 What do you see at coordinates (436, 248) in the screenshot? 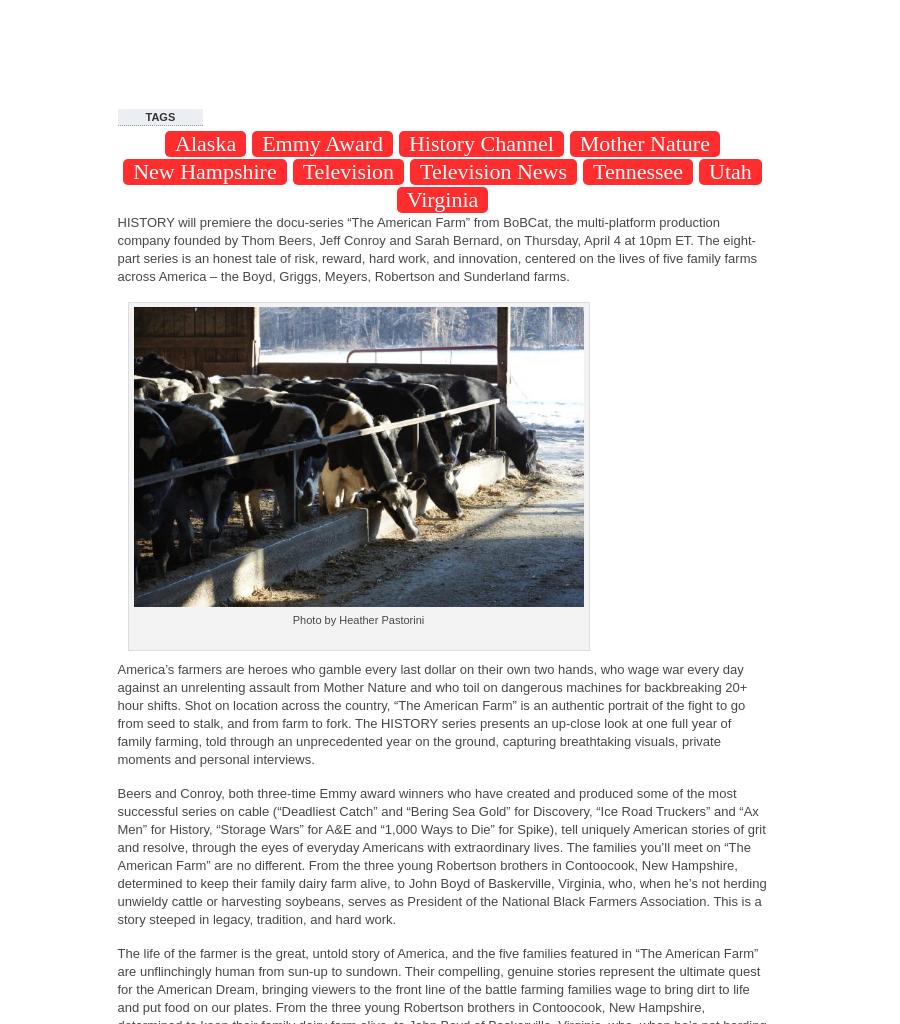
I see `'HISTORY will premiere the docu-series “The American Farm” from BoBCat, the multi-platform production company founded by Thom Beers, Jeff Conroy and Sarah Bernard, on Thursday, April 4 at 10pm ET. The eight-part series is an honest tale of risk, reward, hard work, and innovation, centered on the lives of five family farms across America – the Boyd, Griggs, Meyers, Robertson and Sunderland farms.'` at bounding box center [436, 248].